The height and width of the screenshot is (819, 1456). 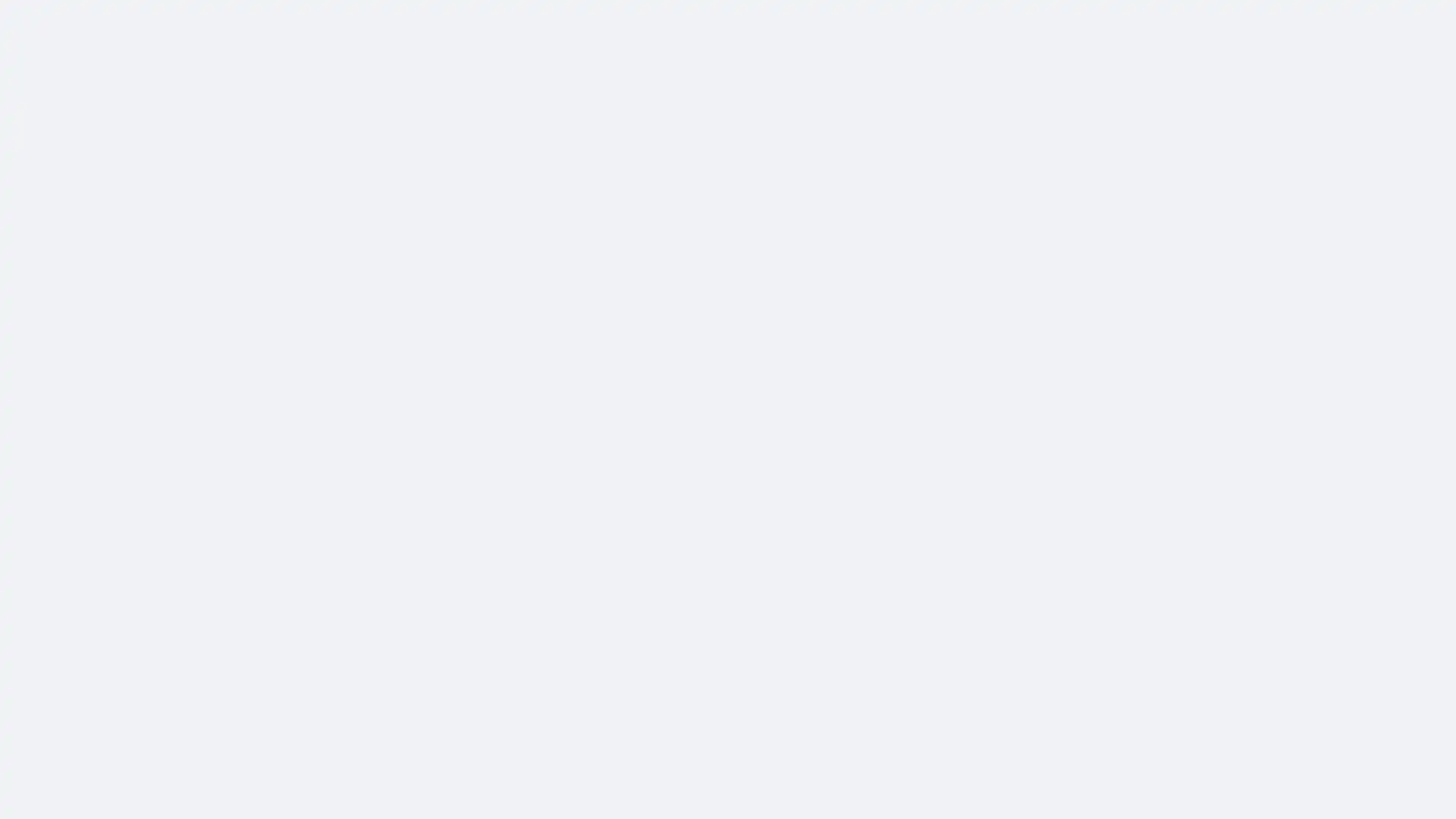 What do you see at coordinates (751, 397) in the screenshot?
I see `Like` at bounding box center [751, 397].